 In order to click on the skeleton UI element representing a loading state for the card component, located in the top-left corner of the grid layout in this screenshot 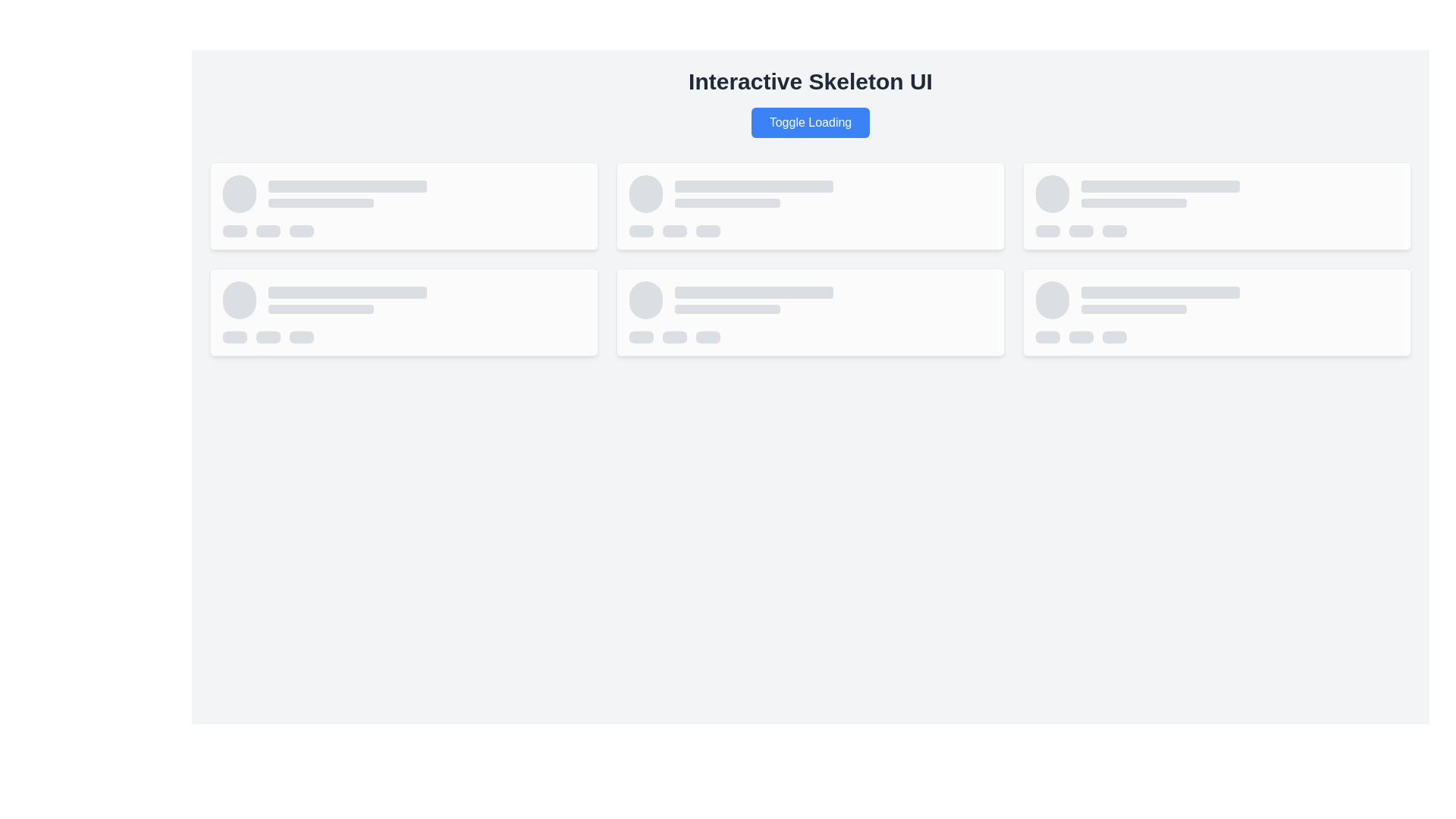, I will do `click(403, 206)`.